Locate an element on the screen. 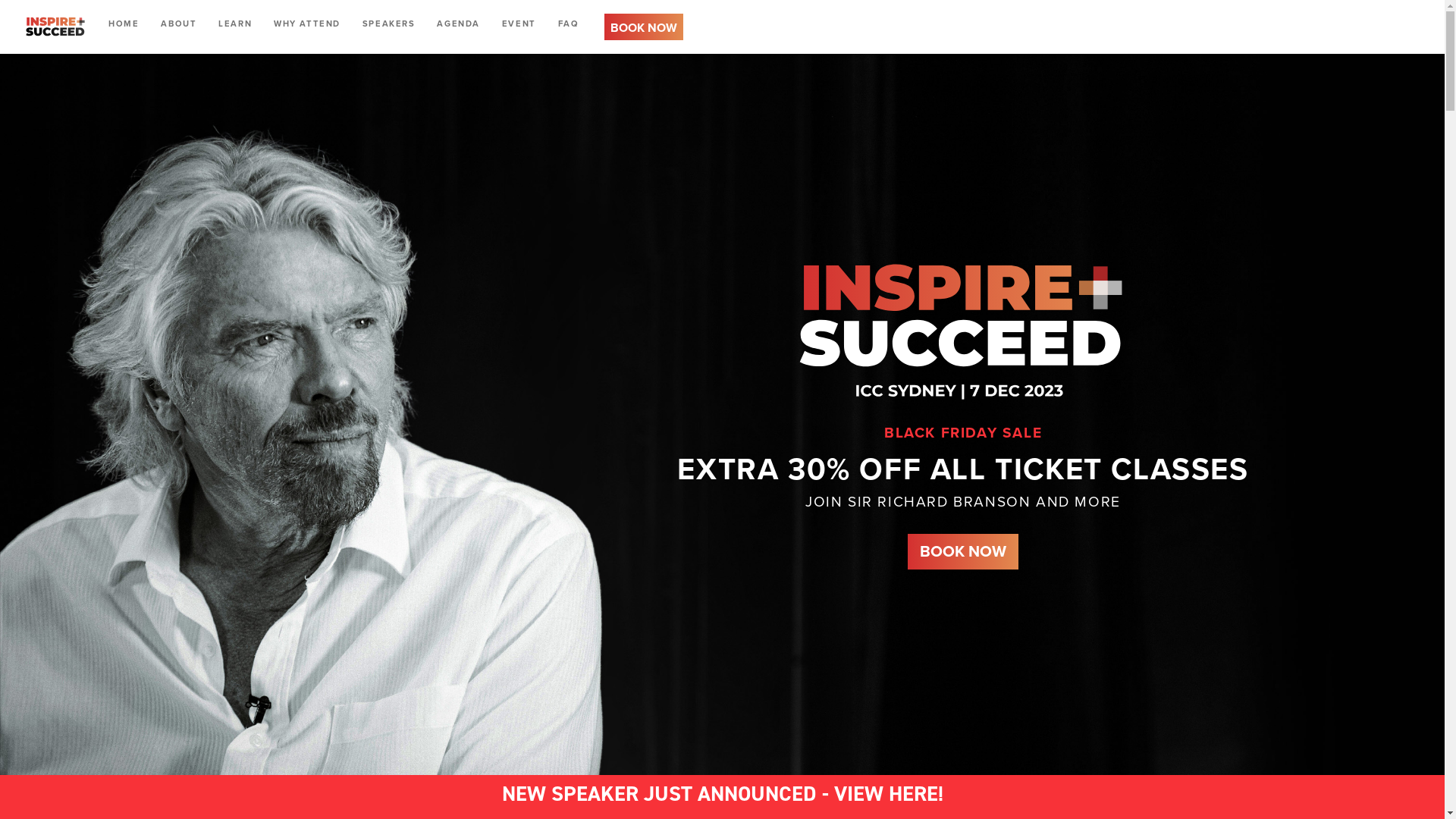 The image size is (1456, 819). 'FAQ' is located at coordinates (567, 23).